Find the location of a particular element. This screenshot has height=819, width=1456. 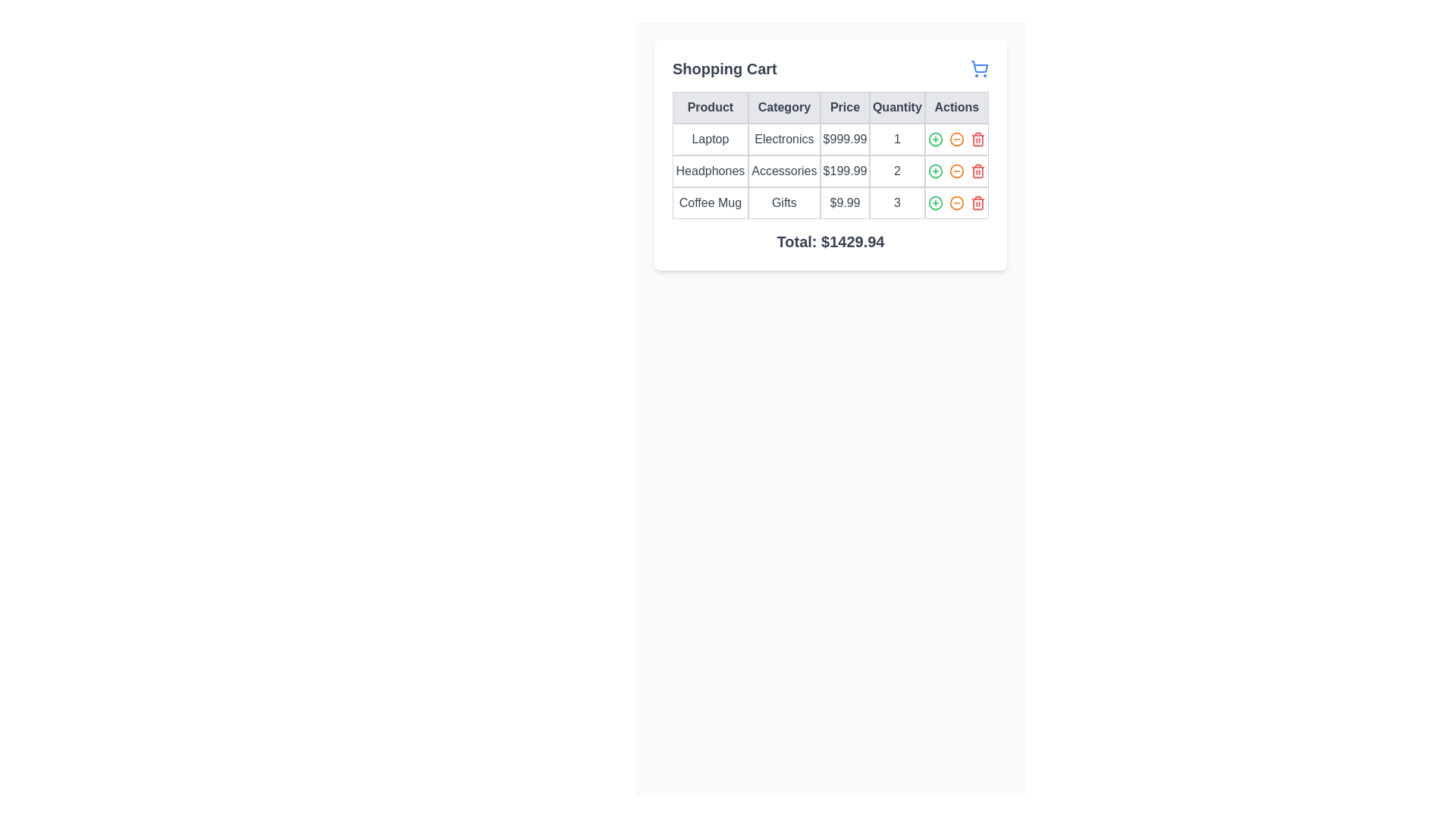

the table header column labeled 'Price', which is the third column in the header row of the table, styled with a thin border and bold dark text on a light background is located at coordinates (844, 107).